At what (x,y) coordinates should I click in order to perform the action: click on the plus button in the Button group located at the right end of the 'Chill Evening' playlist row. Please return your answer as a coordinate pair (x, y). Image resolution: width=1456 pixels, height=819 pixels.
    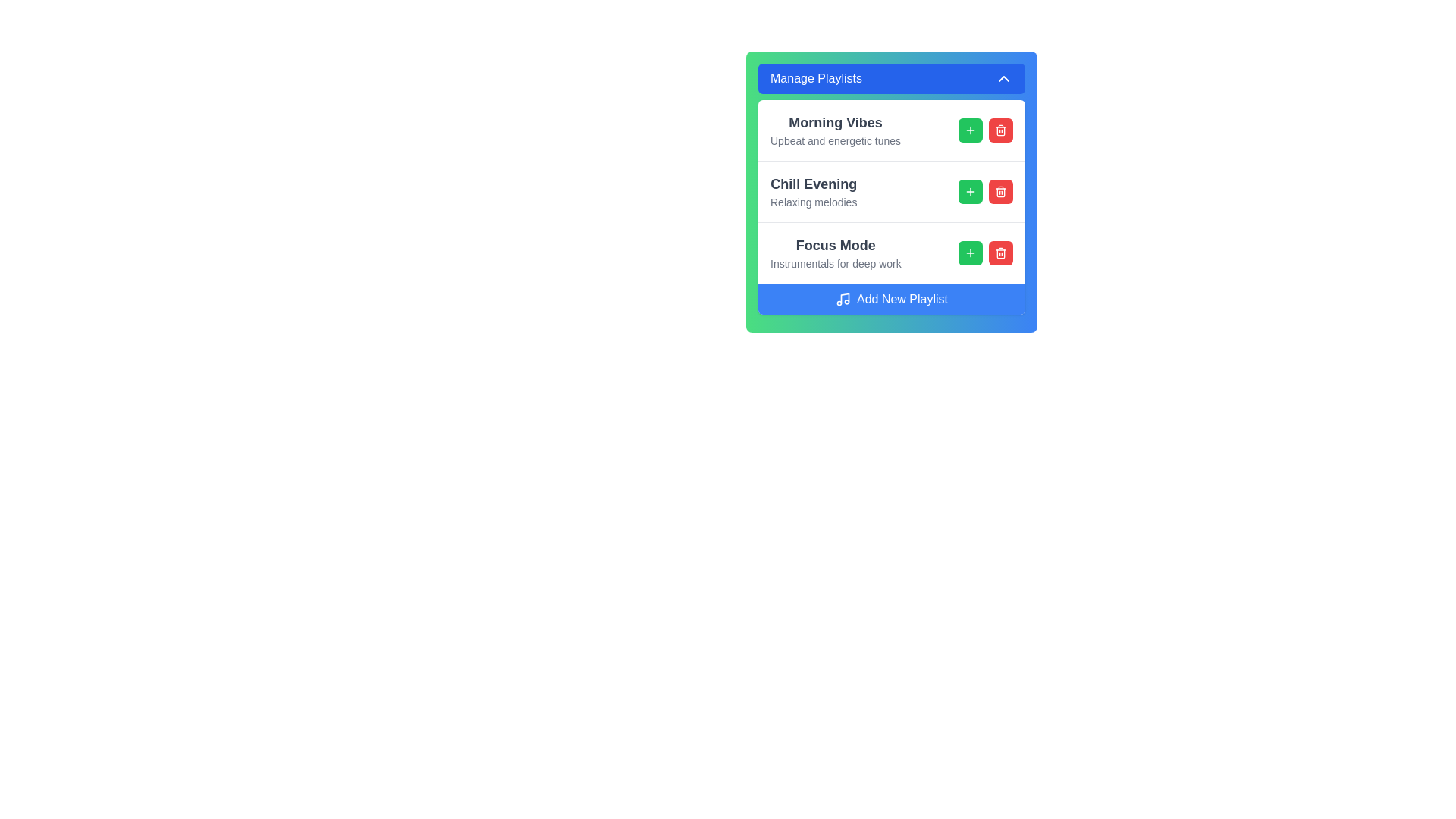
    Looking at the image, I should click on (986, 191).